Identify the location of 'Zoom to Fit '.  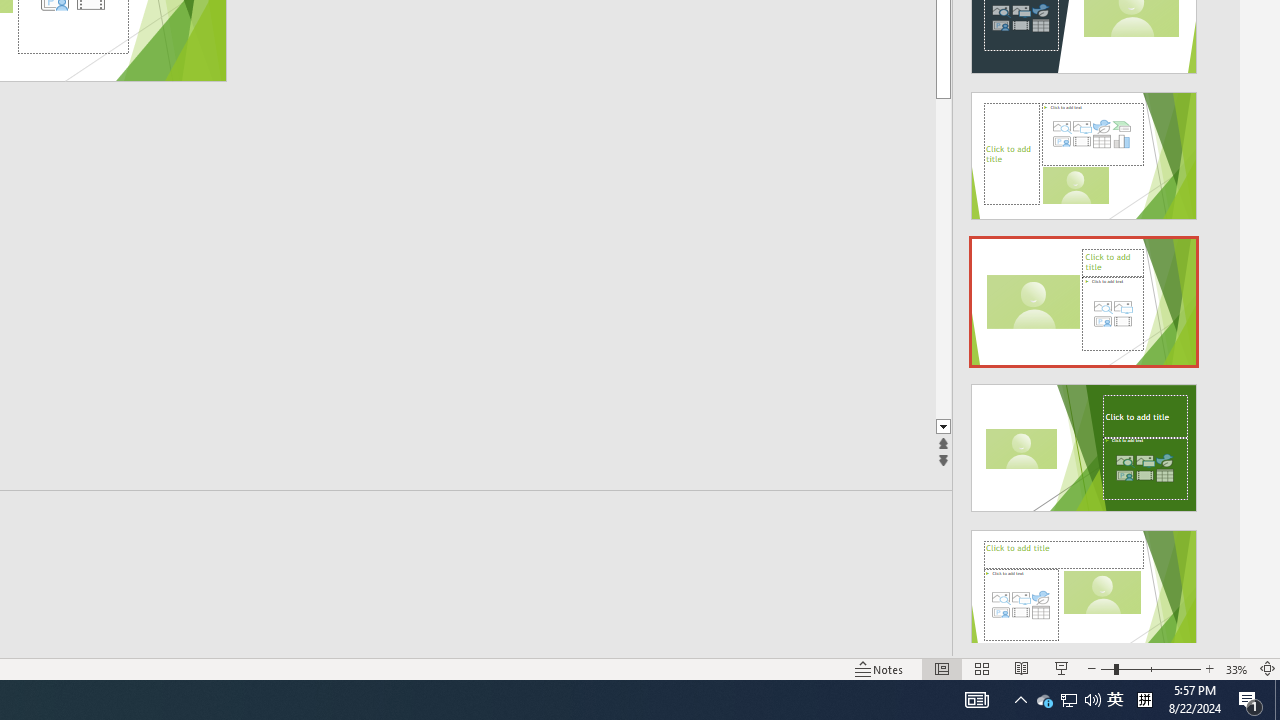
(1266, 669).